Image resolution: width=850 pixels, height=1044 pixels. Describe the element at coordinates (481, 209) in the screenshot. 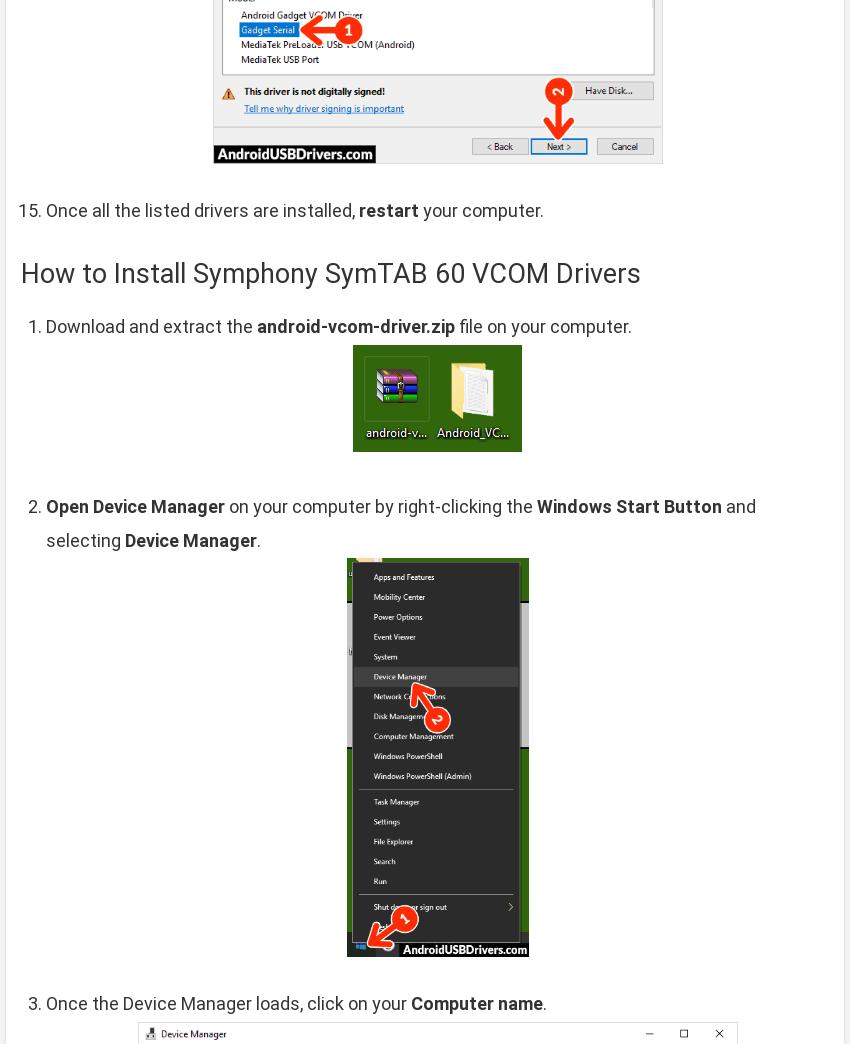

I see `'your computer.'` at that location.